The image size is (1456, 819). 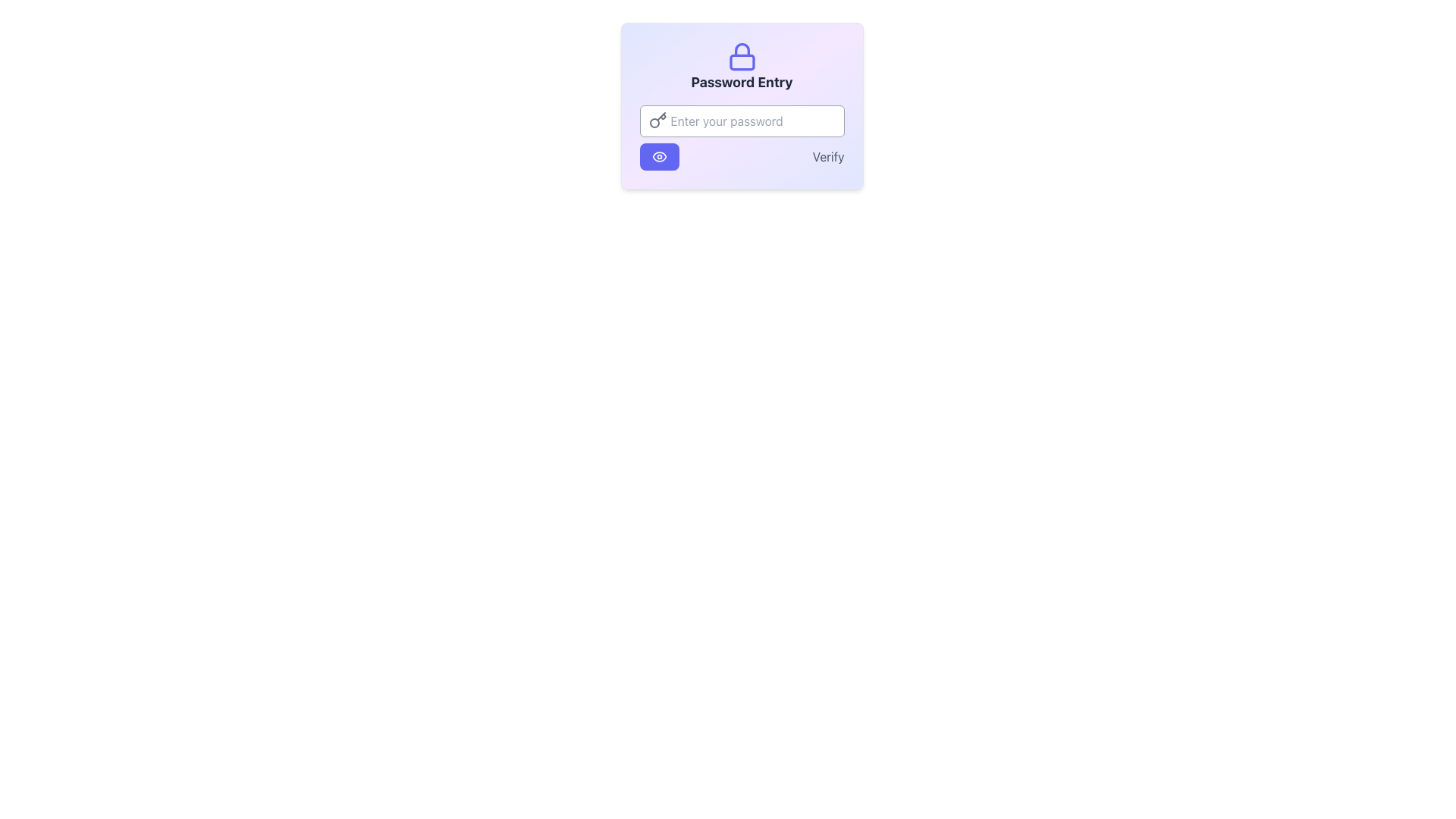 What do you see at coordinates (742, 49) in the screenshot?
I see `the decorative graphical icon indicating the security of the password entry field, which is positioned above the password text field` at bounding box center [742, 49].